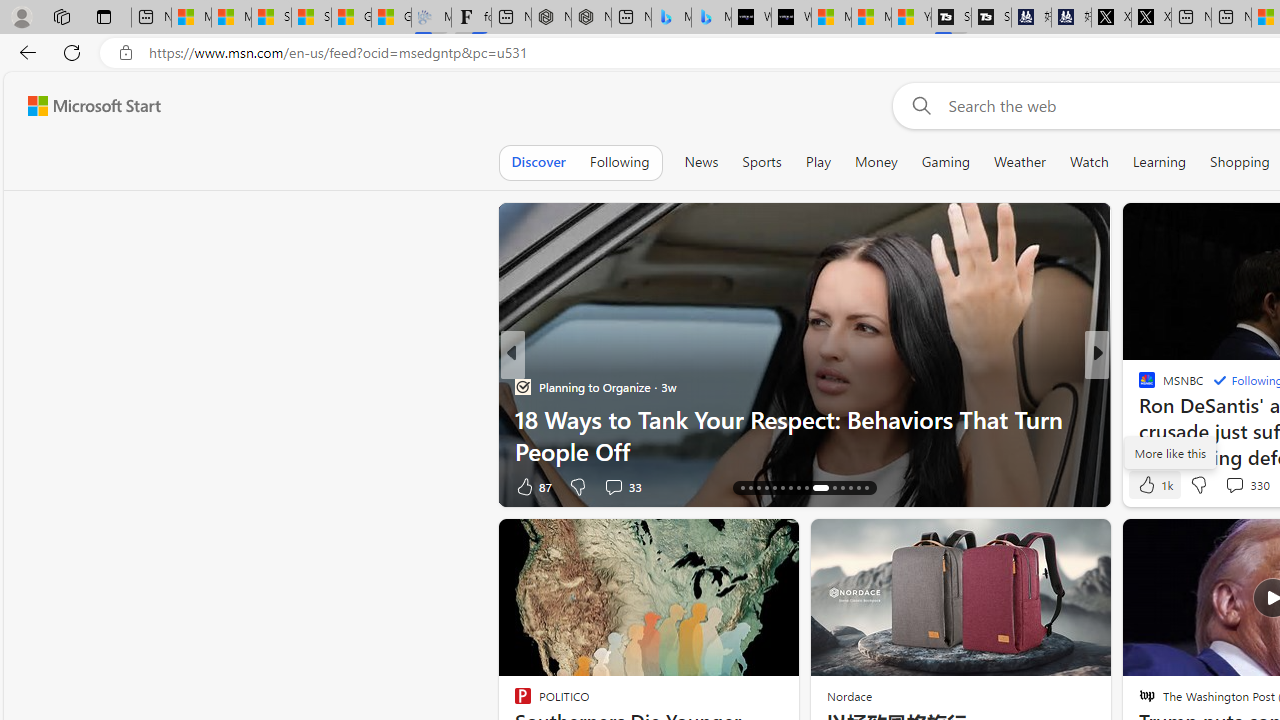 This screenshot has width=1280, height=720. I want to click on 'AutomationID: tab-22', so click(789, 488).